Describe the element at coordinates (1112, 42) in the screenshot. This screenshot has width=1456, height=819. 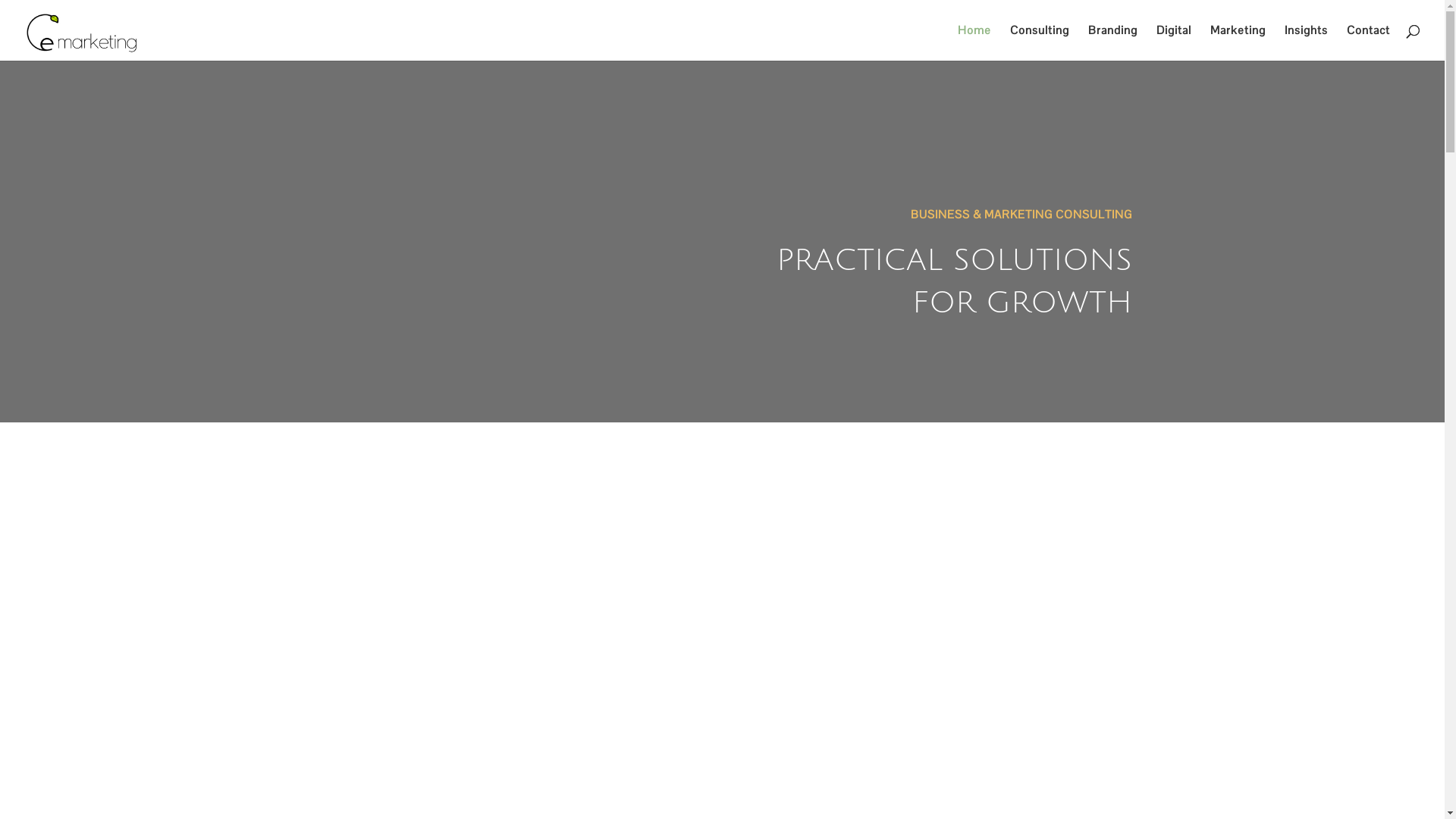
I see `'Branding'` at that location.